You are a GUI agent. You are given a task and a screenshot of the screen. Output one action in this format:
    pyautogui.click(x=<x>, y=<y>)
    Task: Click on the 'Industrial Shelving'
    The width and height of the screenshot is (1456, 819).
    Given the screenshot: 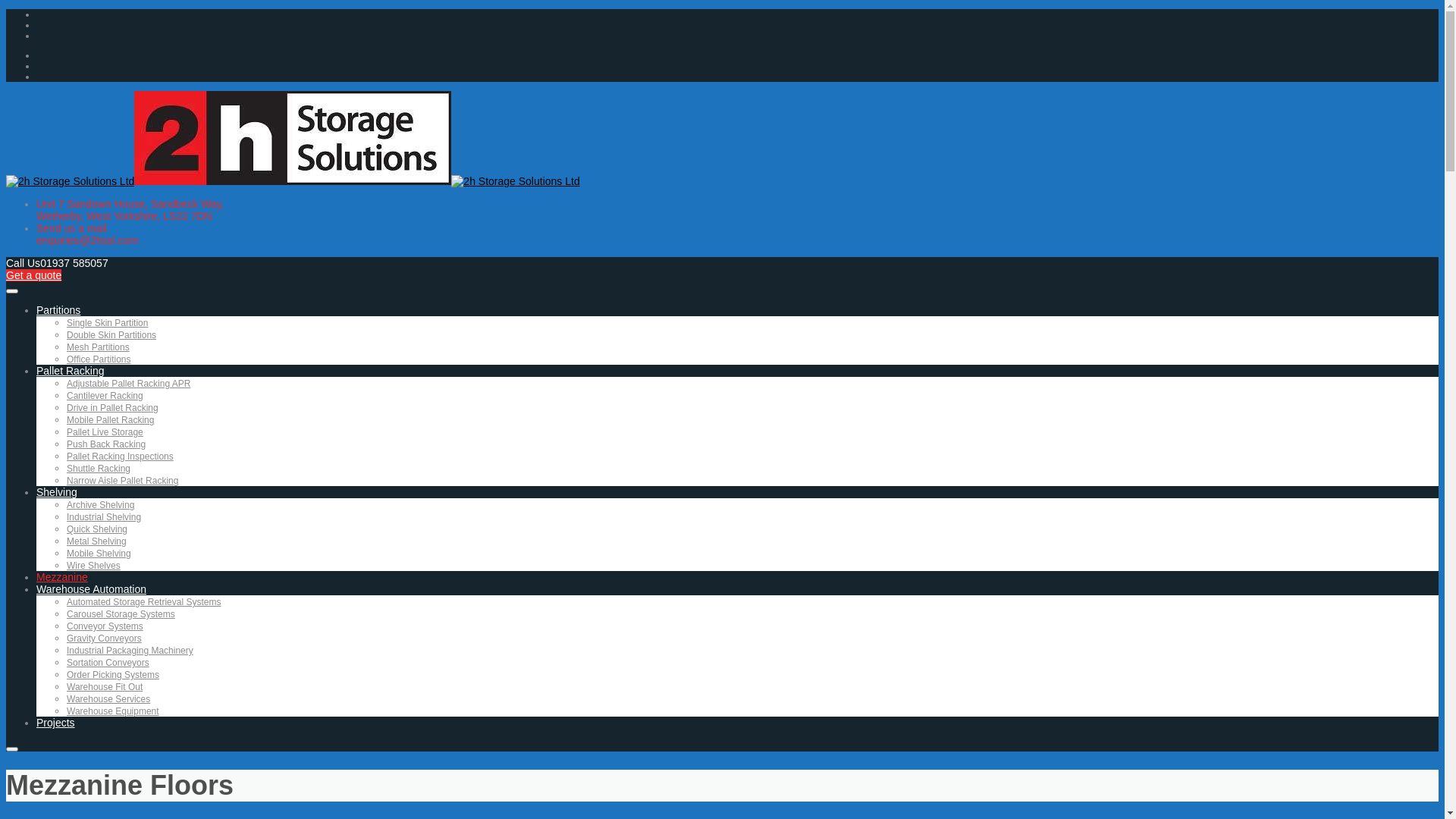 What is the action you would take?
    pyautogui.click(x=103, y=516)
    